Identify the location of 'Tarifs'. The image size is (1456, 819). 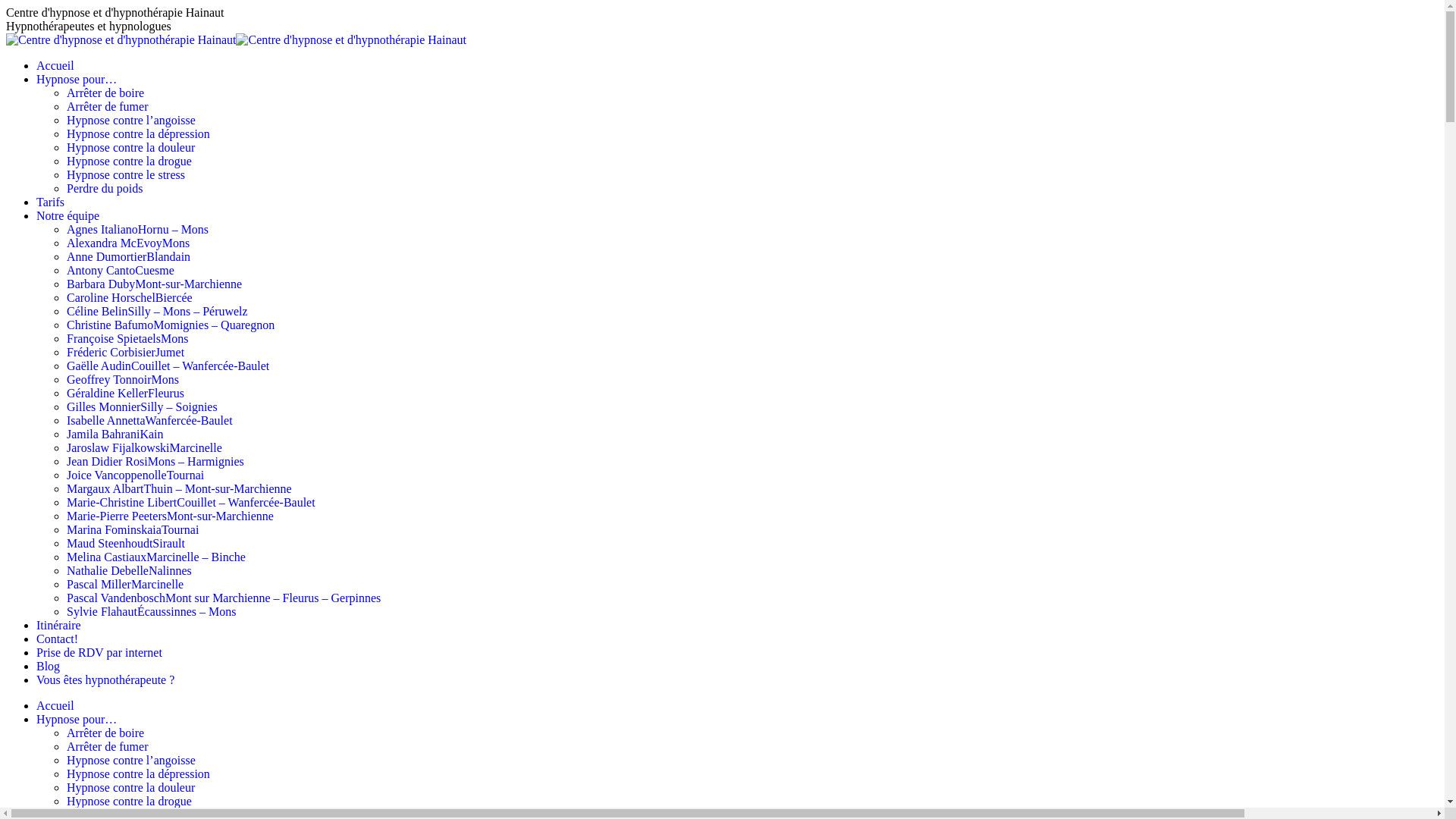
(36, 201).